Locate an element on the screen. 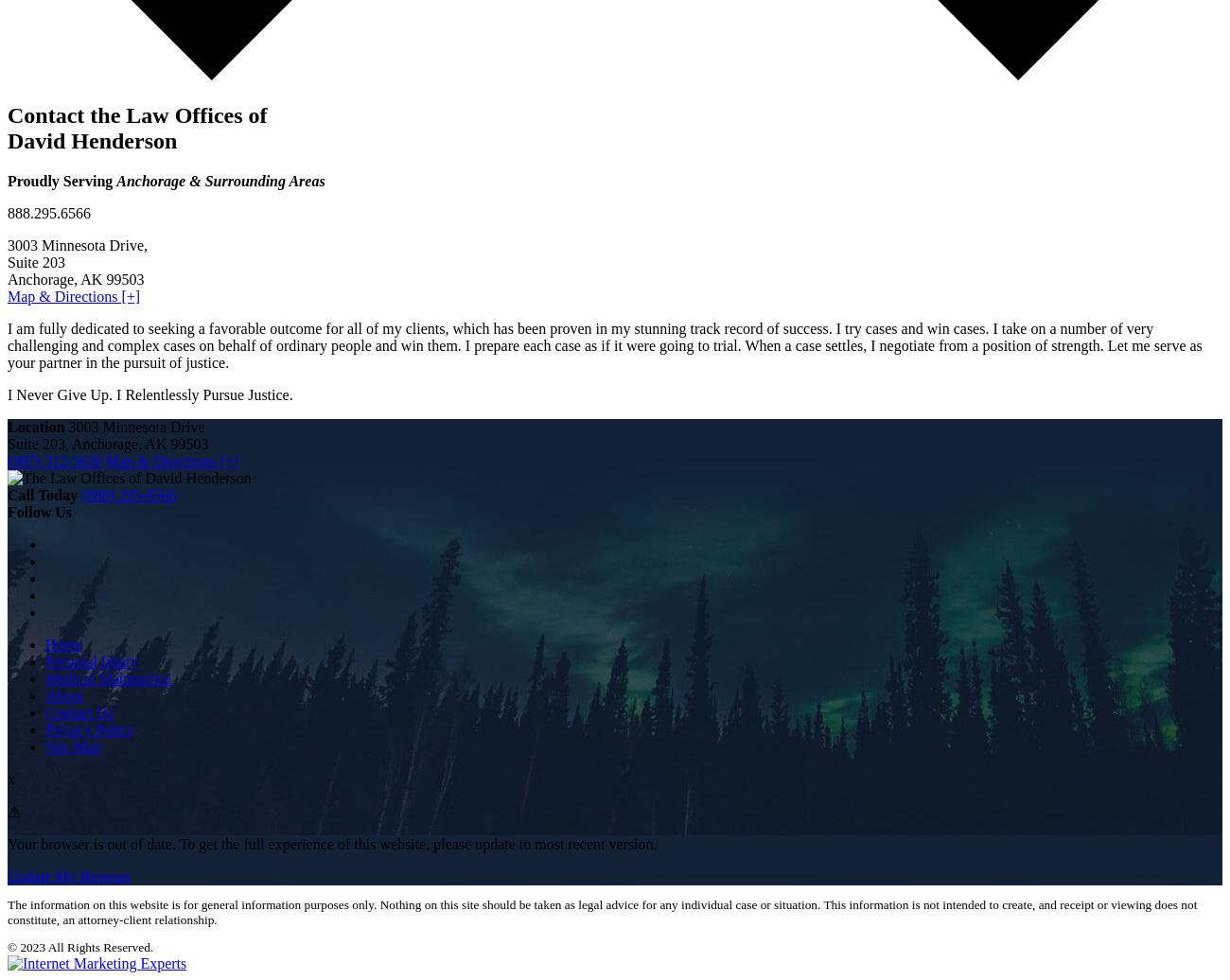  ',' is located at coordinates (140, 443).